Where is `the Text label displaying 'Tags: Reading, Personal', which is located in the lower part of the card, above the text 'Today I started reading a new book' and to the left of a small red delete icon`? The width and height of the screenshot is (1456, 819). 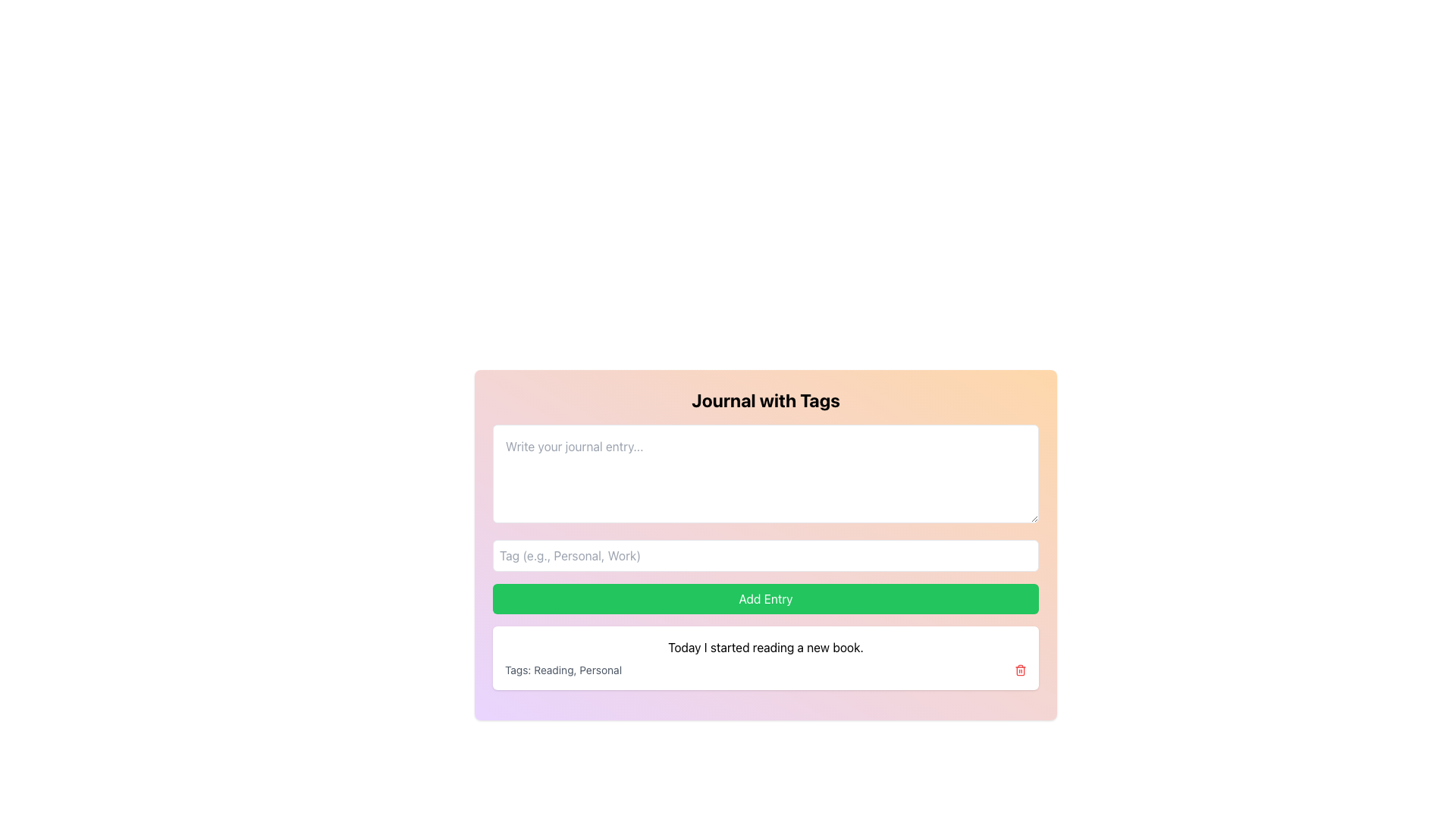
the Text label displaying 'Tags: Reading, Personal', which is located in the lower part of the card, above the text 'Today I started reading a new book' and to the left of a small red delete icon is located at coordinates (563, 669).